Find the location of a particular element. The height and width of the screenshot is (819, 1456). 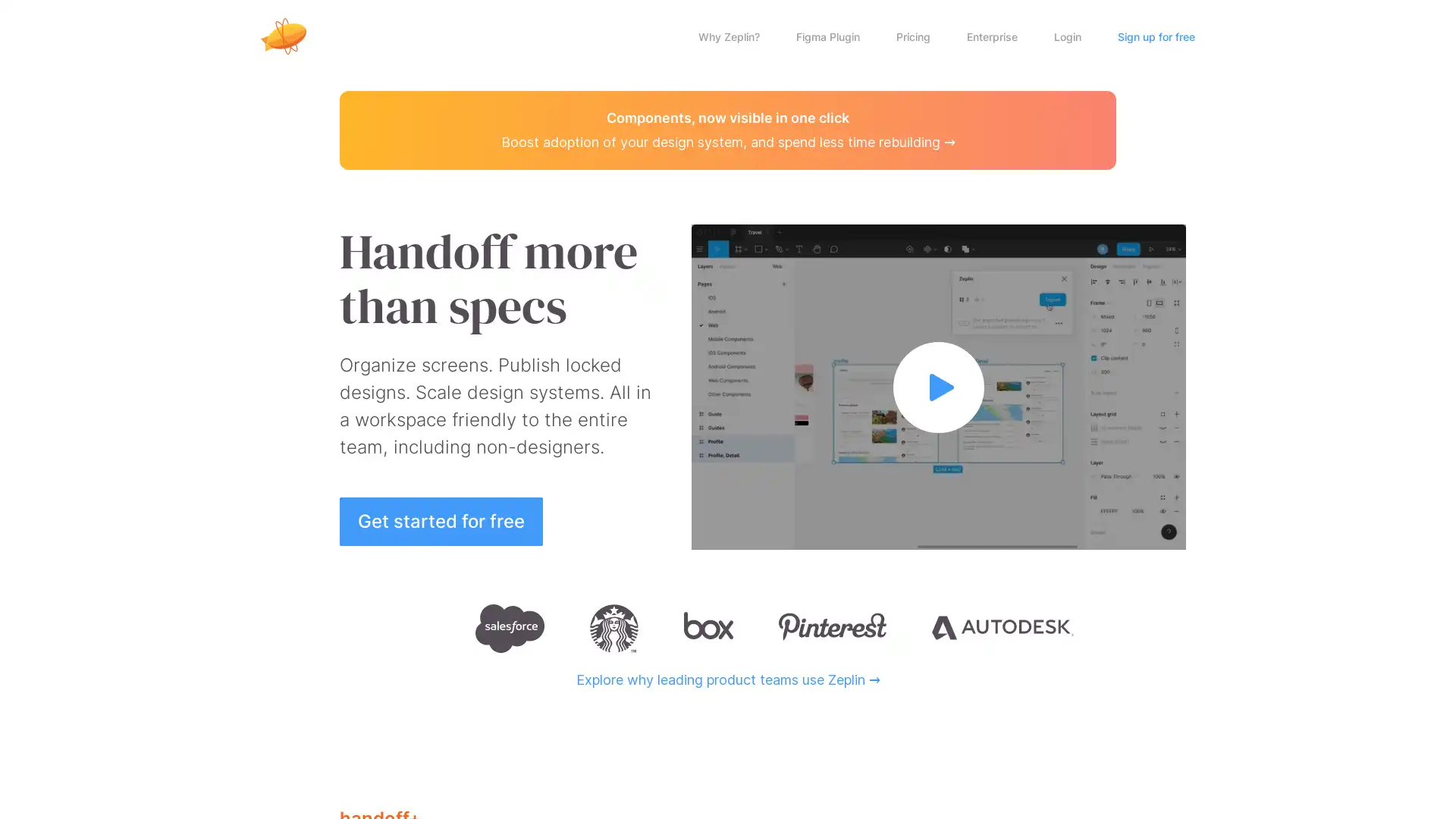

Watch full video is located at coordinates (938, 386).